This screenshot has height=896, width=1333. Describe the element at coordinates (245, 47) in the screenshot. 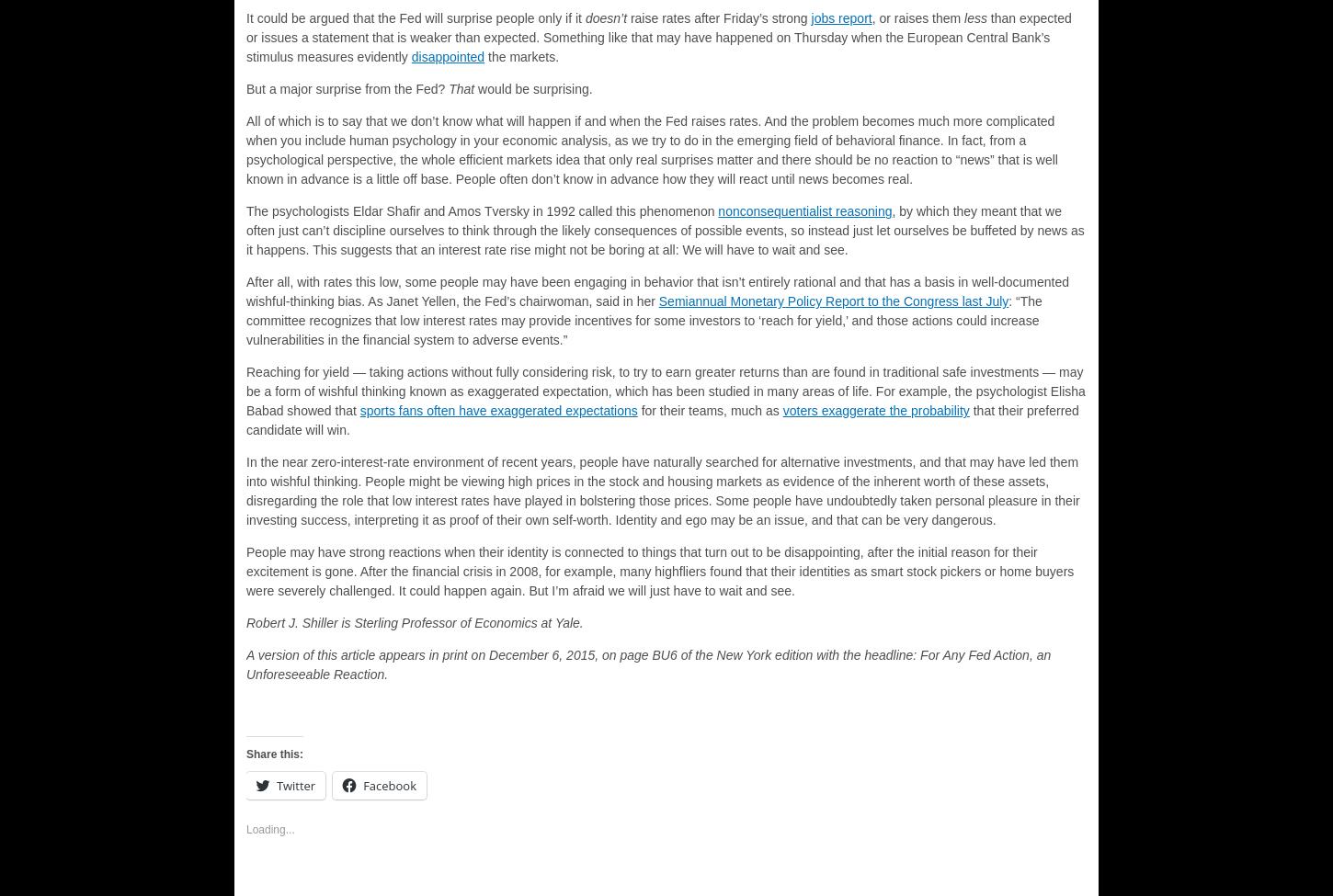

I see `'when the European Central Bank’s stimulus measures evidently'` at that location.